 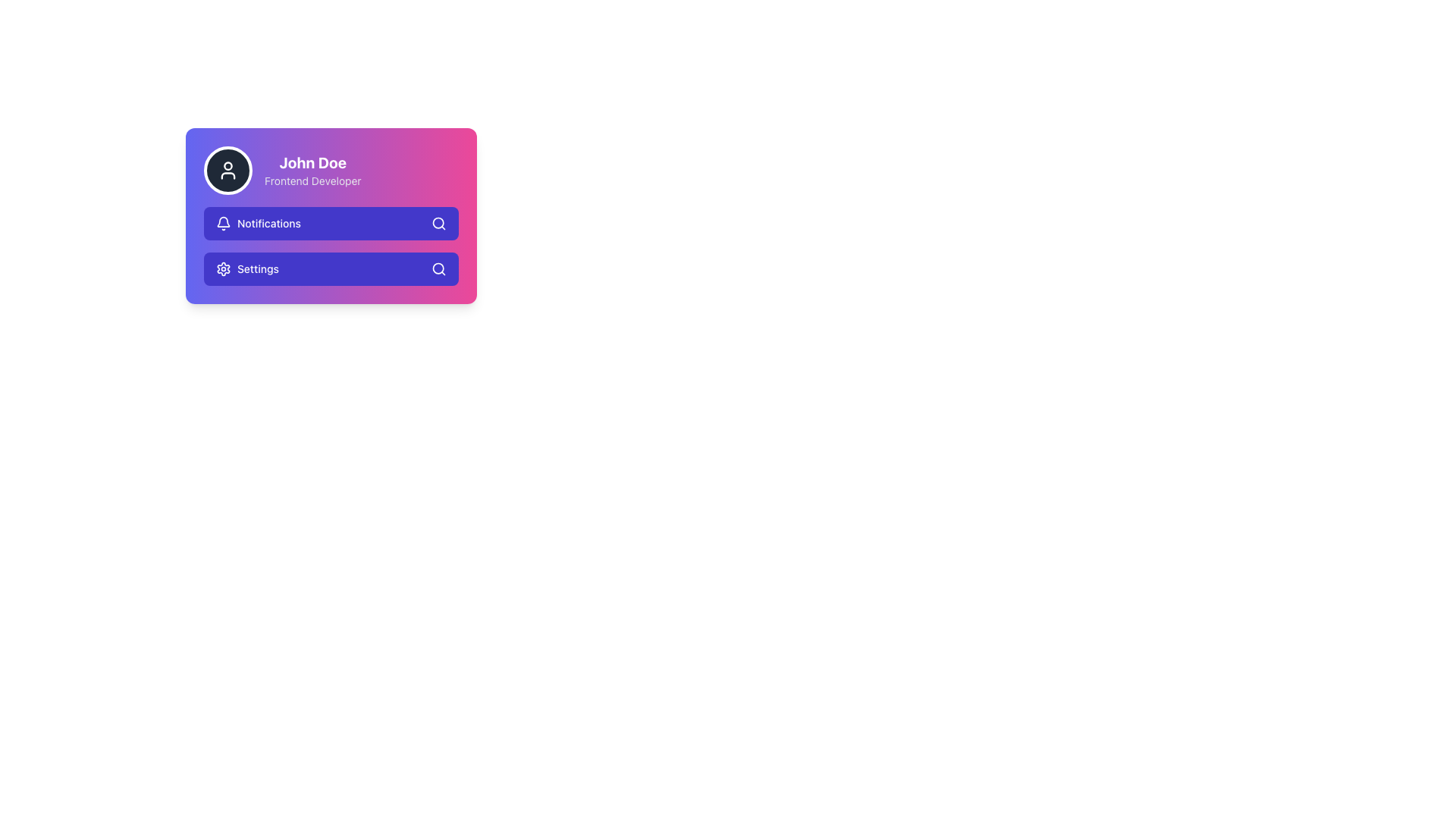 I want to click on the settings label located at the lower-right quadrant of the group card, so click(x=258, y=268).